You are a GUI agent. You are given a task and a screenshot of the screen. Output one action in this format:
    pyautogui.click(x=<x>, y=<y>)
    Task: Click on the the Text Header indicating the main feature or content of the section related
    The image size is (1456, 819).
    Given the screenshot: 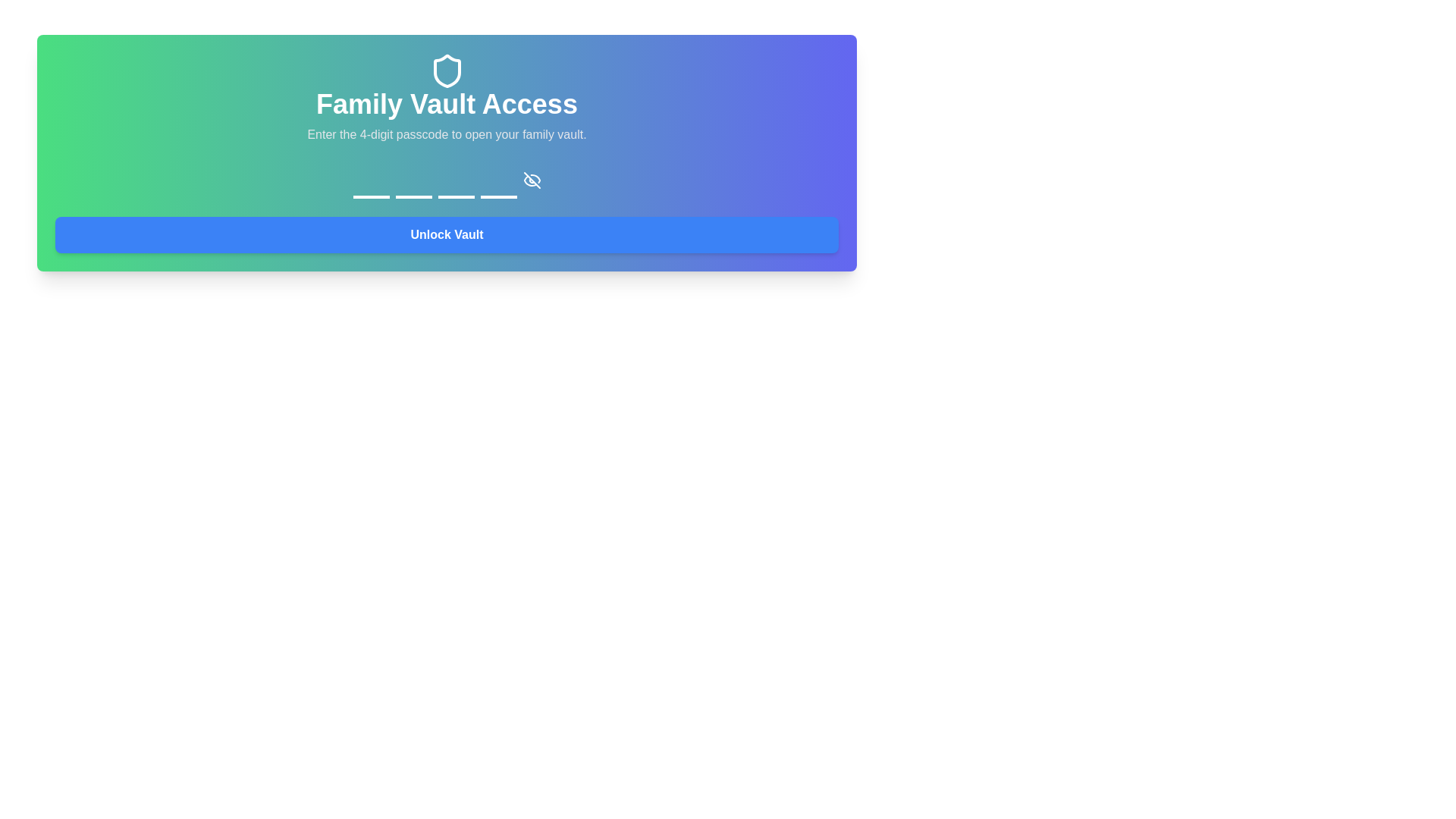 What is the action you would take?
    pyautogui.click(x=446, y=104)
    